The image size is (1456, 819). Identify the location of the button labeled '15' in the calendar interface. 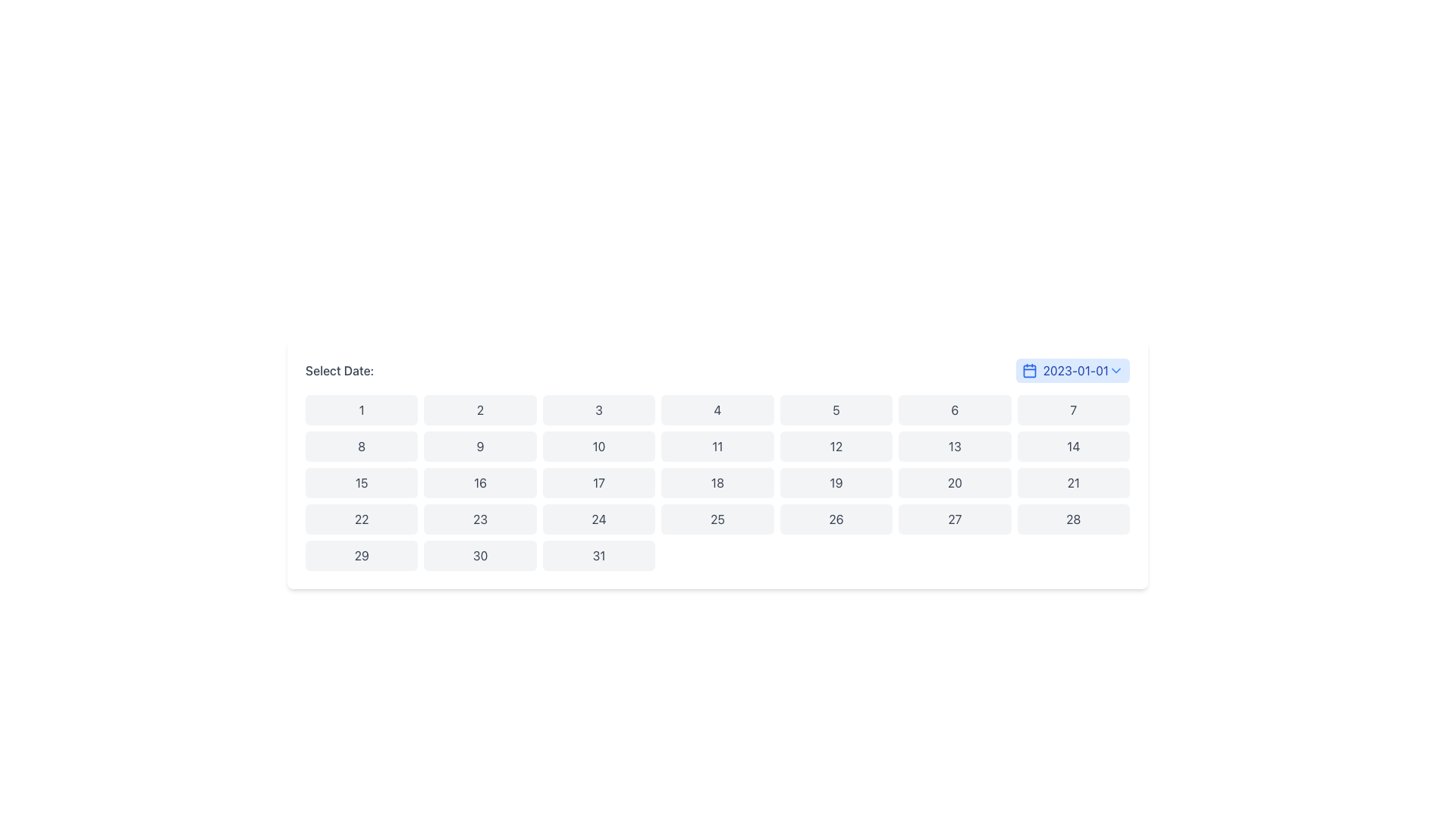
(361, 482).